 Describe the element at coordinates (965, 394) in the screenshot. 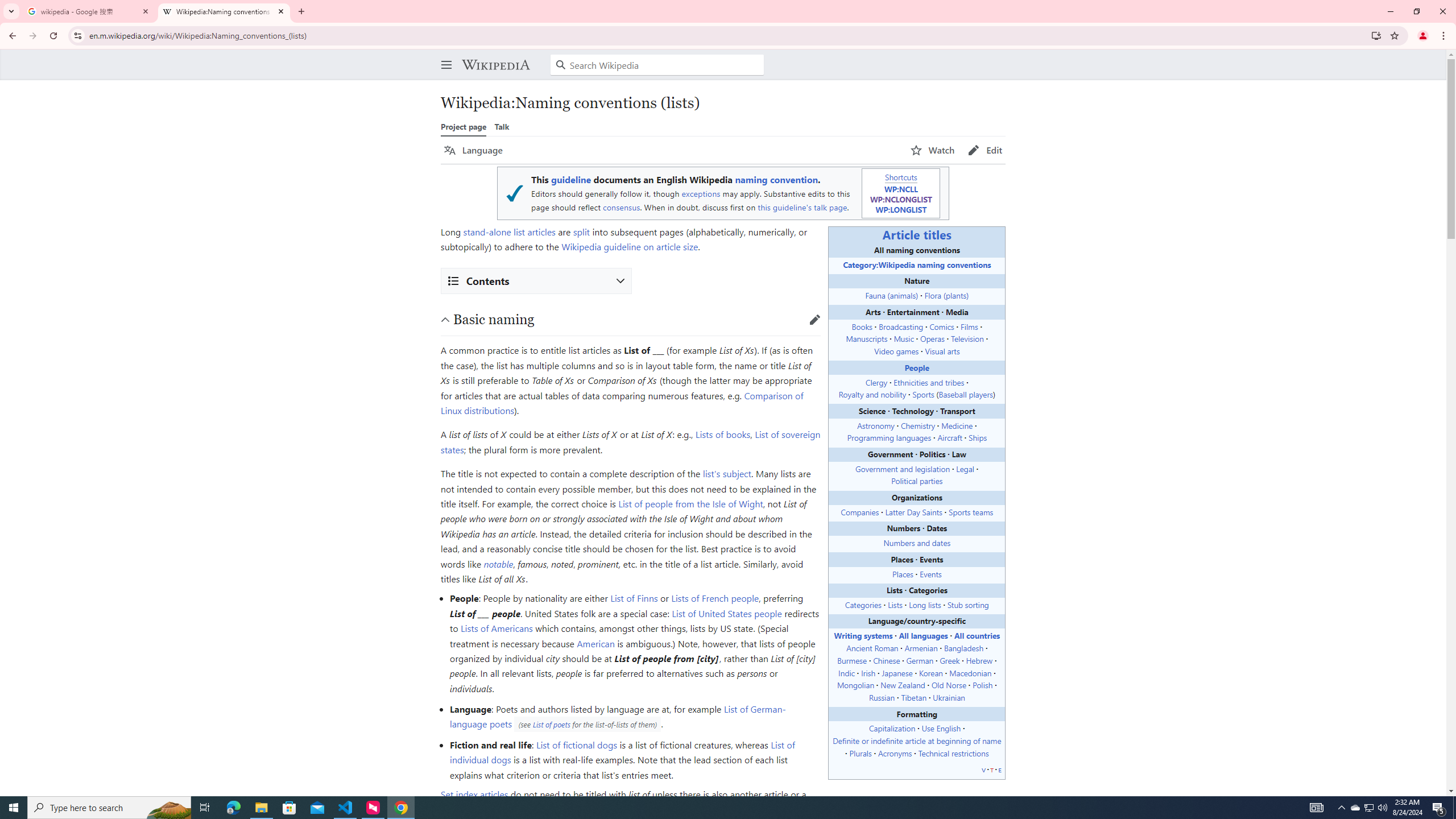

I see `'Baseball players'` at that location.